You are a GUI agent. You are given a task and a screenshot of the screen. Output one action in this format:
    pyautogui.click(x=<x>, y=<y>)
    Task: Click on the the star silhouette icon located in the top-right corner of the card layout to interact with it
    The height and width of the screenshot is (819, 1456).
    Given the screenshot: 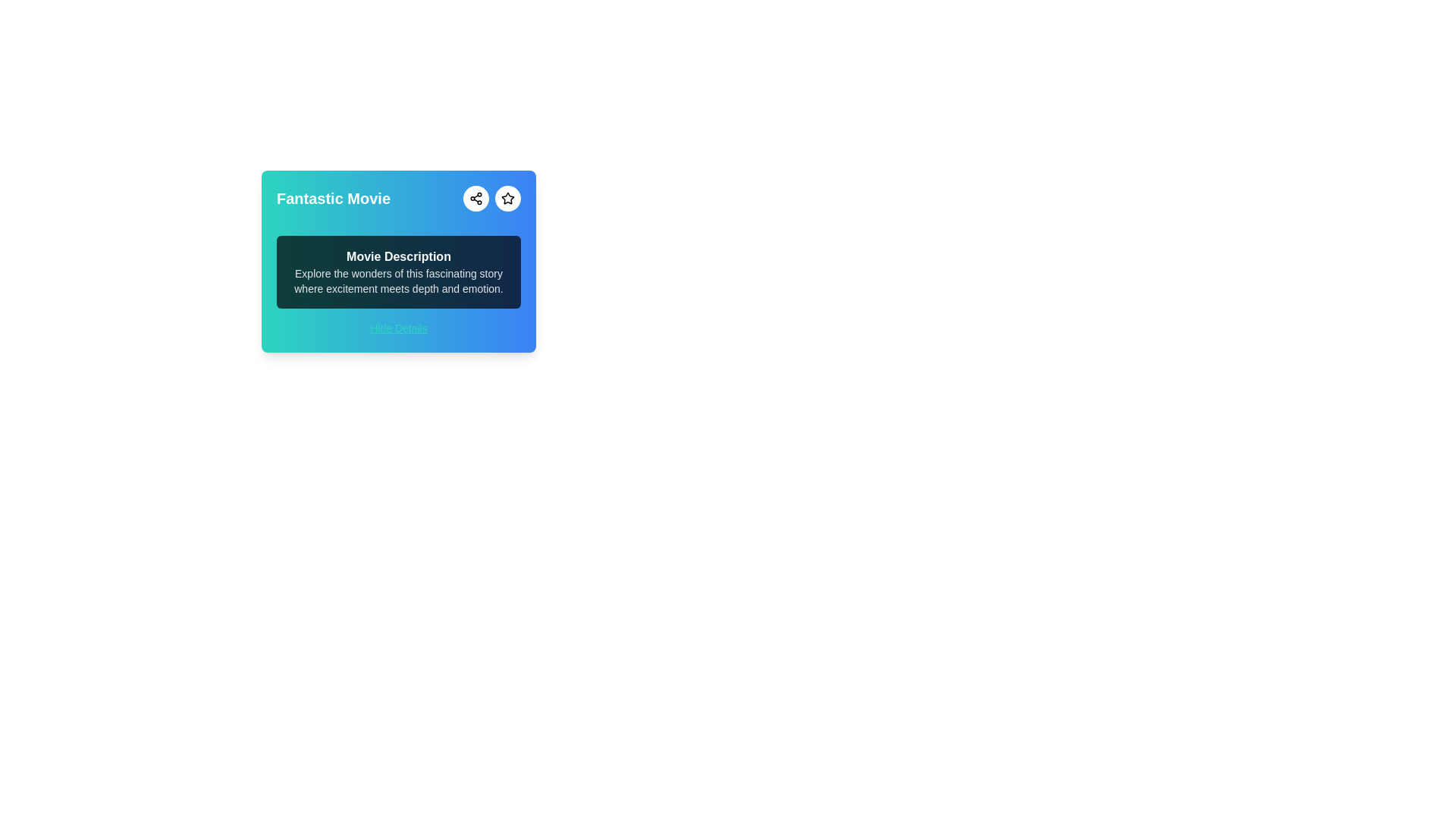 What is the action you would take?
    pyautogui.click(x=507, y=197)
    